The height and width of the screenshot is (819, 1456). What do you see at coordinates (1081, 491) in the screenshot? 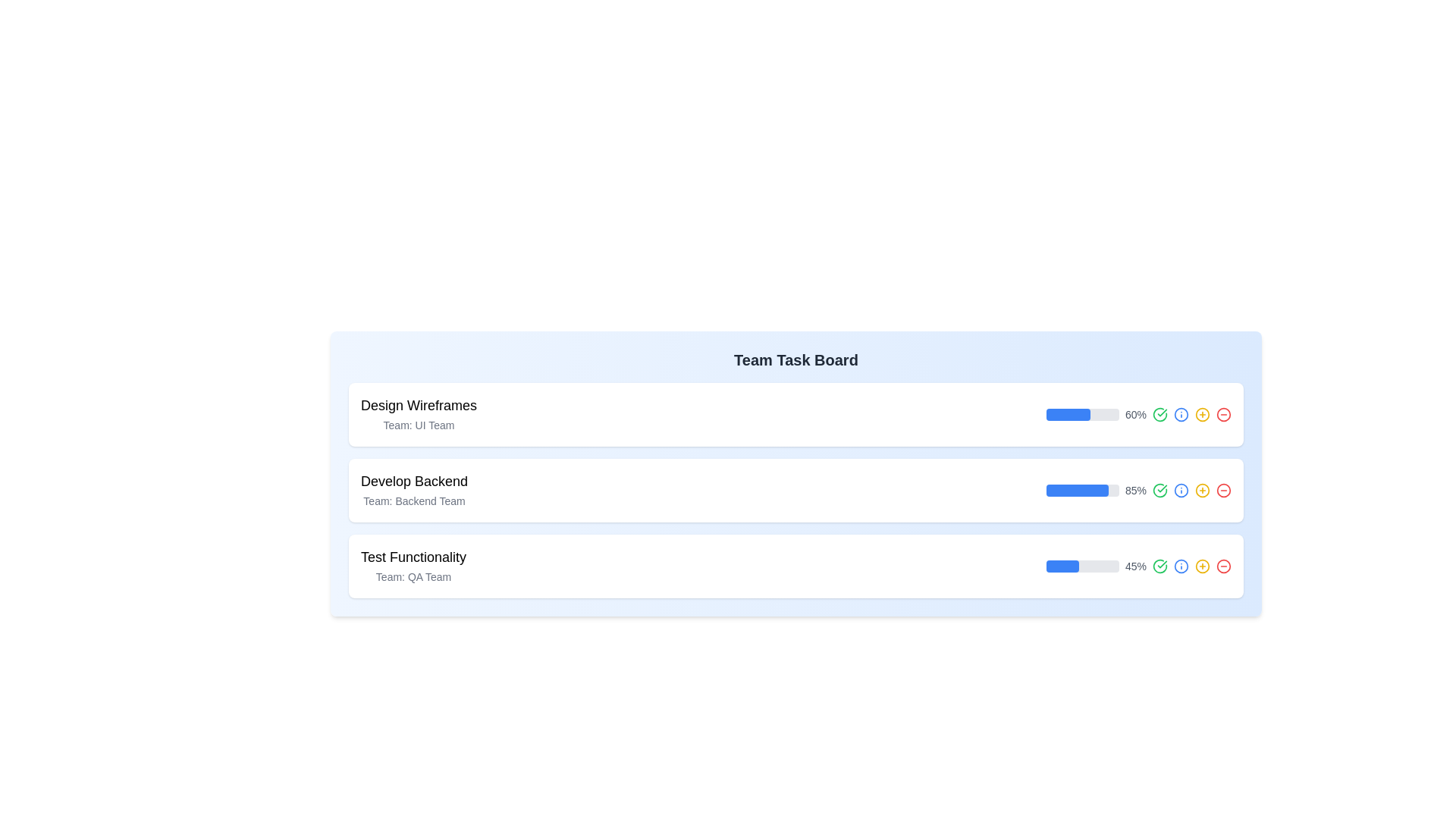
I see `the progress bar representing 85% completion for the task labeled 'Develop Backend', which is the second progress bar in the list` at bounding box center [1081, 491].